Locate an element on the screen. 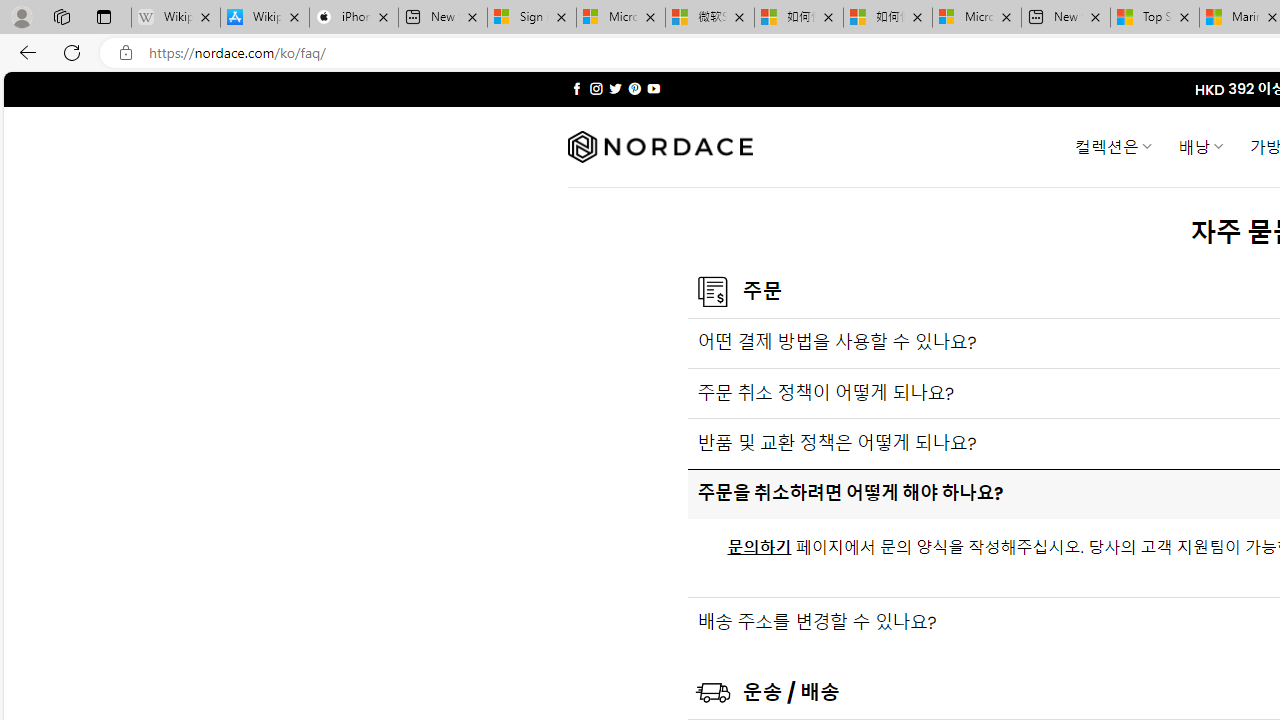  'Follow on Pinterest' is located at coordinates (633, 88).